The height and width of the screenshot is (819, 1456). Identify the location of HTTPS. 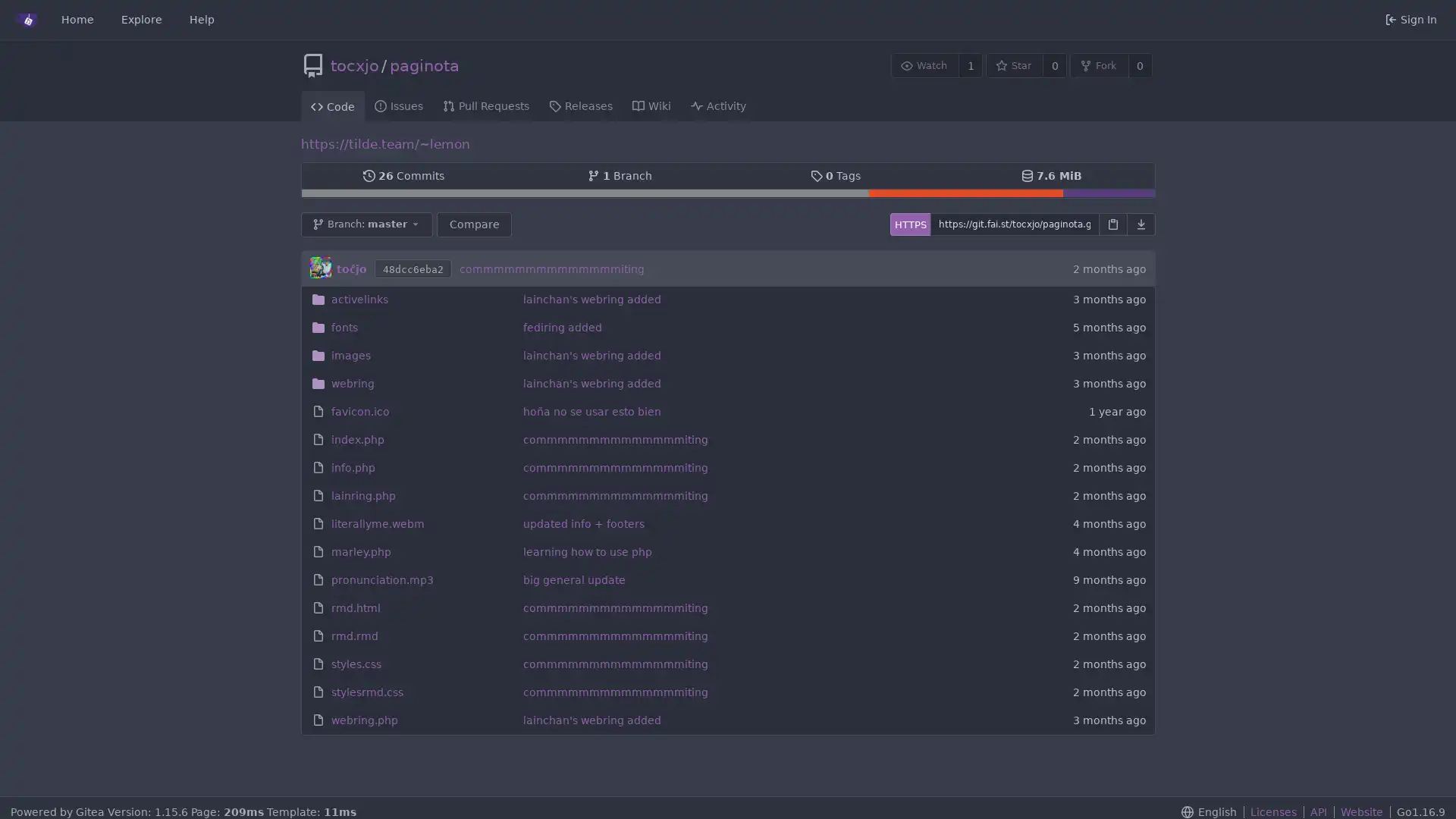
(909, 224).